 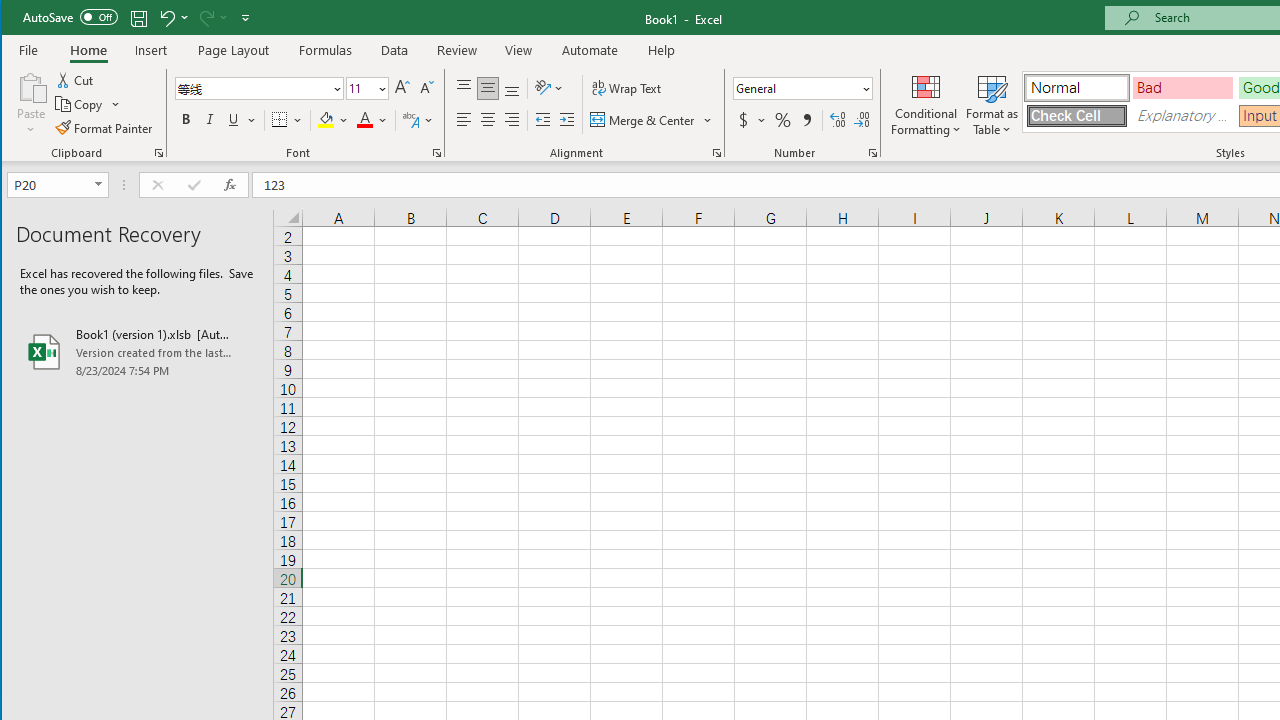 I want to click on 'Bad', so click(x=1183, y=87).